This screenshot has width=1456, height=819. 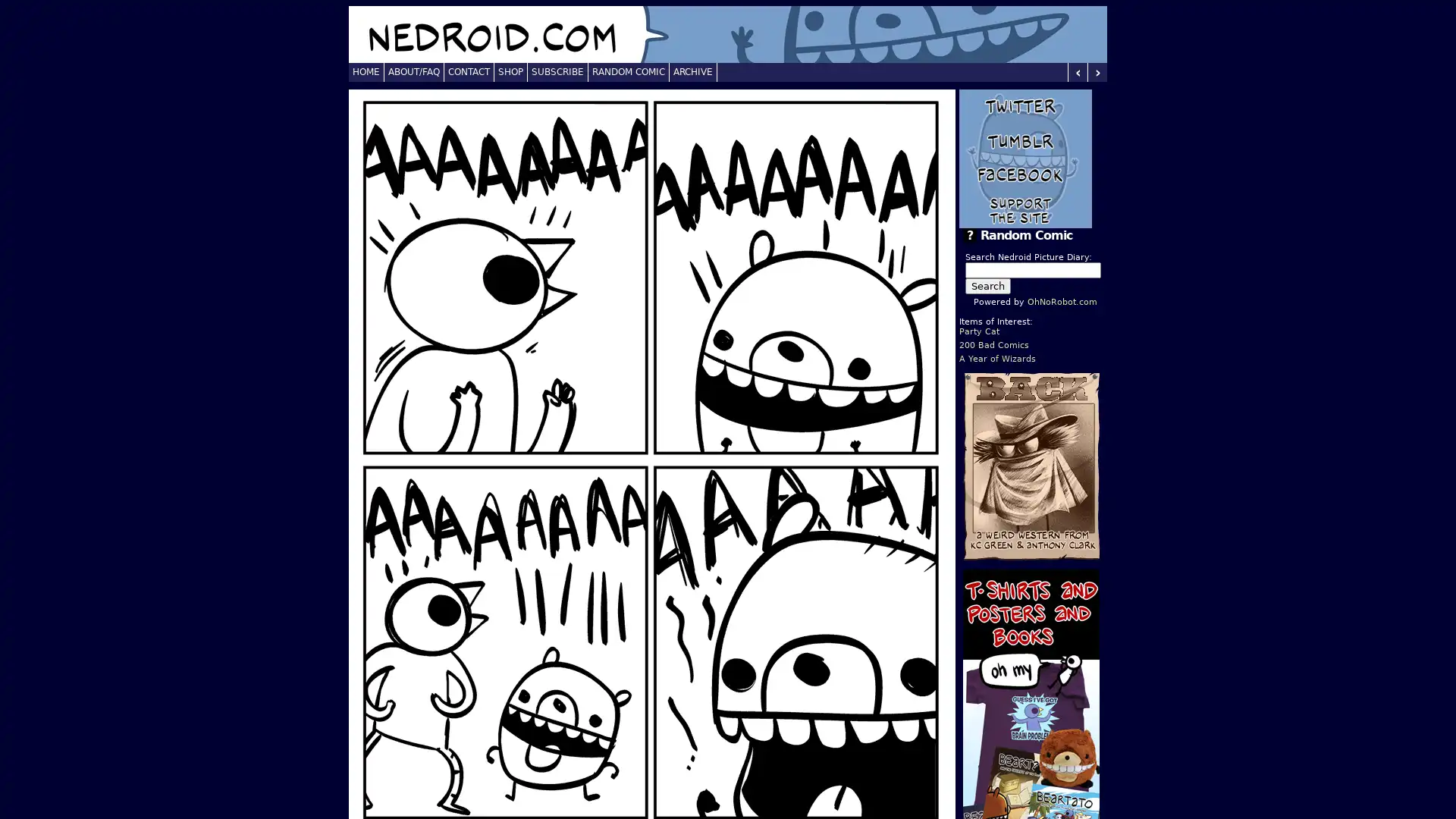 I want to click on Search, so click(x=987, y=286).